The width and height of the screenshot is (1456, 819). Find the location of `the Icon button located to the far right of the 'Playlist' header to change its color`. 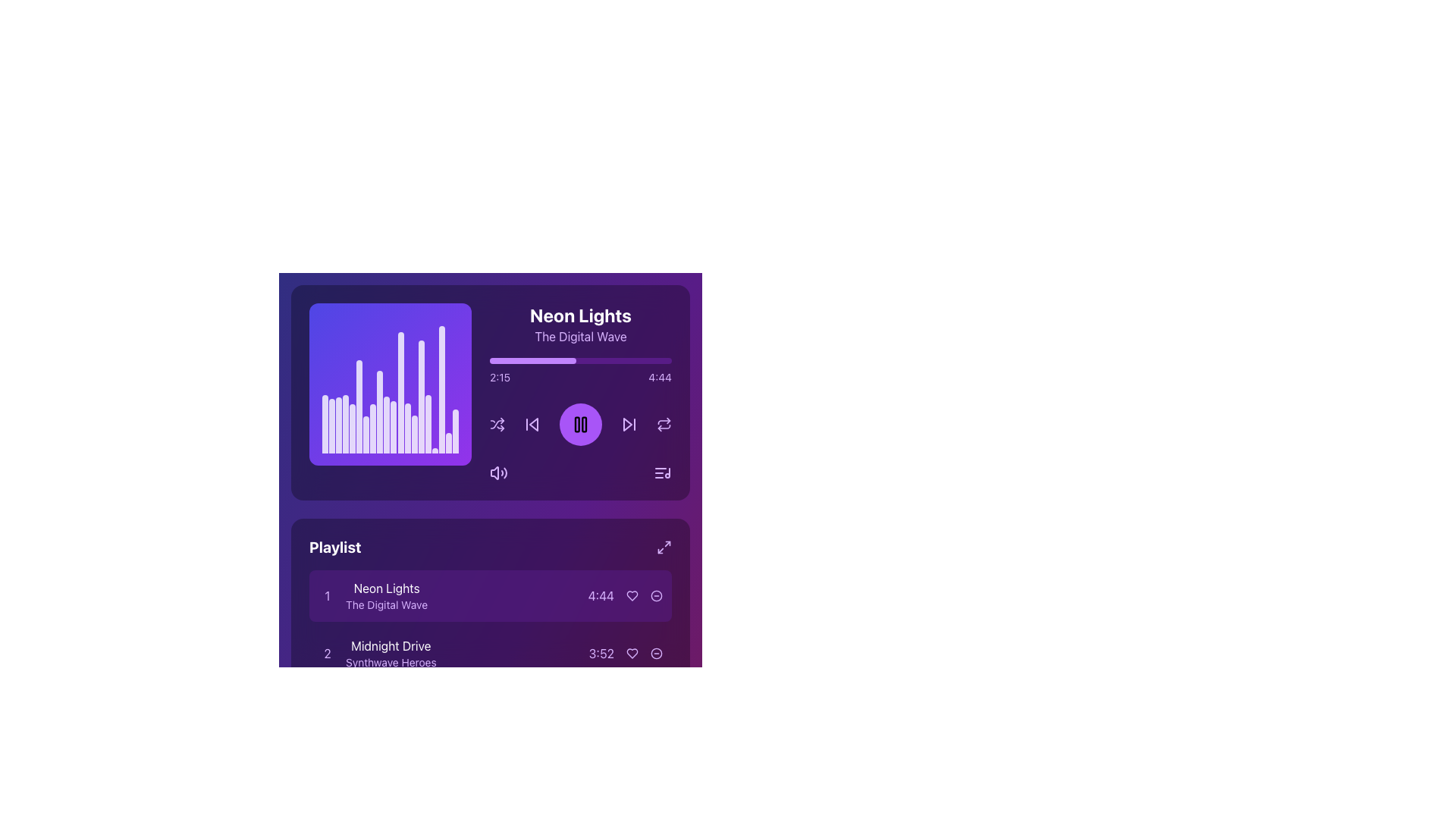

the Icon button located to the far right of the 'Playlist' header to change its color is located at coordinates (664, 547).